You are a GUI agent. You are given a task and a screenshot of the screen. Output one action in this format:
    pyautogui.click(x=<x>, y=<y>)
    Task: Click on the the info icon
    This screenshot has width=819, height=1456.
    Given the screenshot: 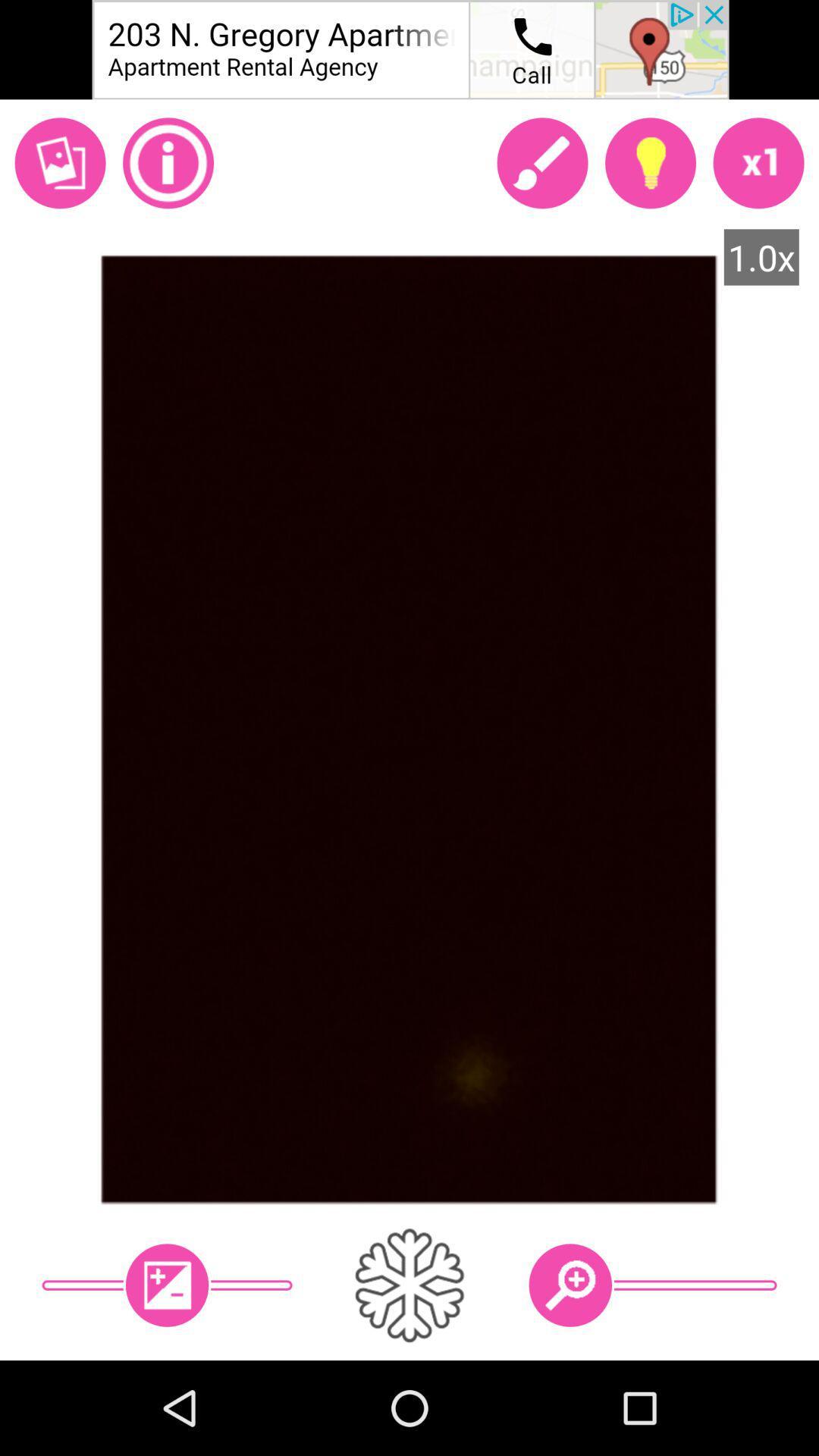 What is the action you would take?
    pyautogui.click(x=168, y=163)
    